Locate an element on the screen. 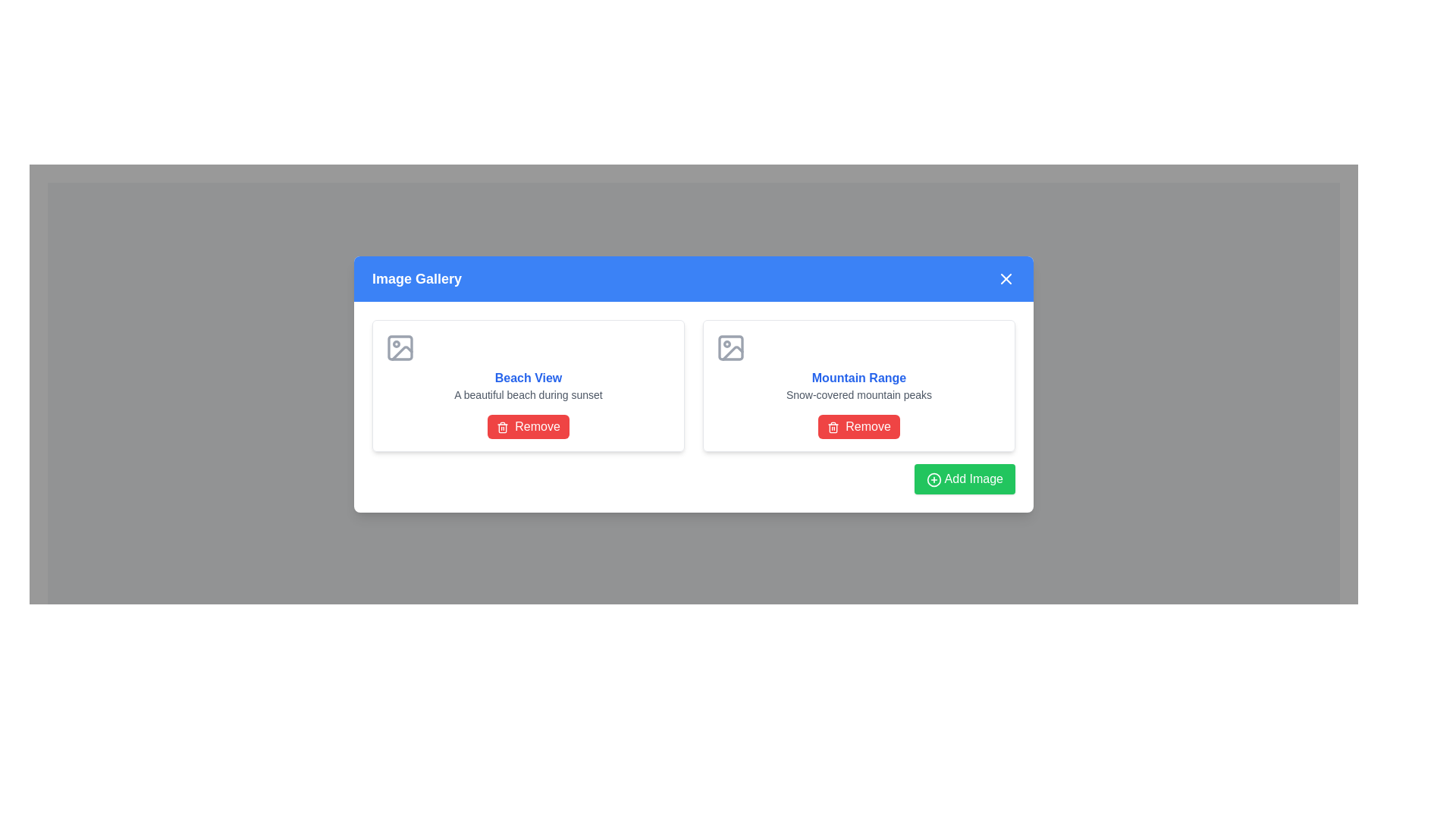  the close button, represented by an 'X' icon, located in the top-right corner of the blue title bar of the image gallery dialog box is located at coordinates (1006, 278).